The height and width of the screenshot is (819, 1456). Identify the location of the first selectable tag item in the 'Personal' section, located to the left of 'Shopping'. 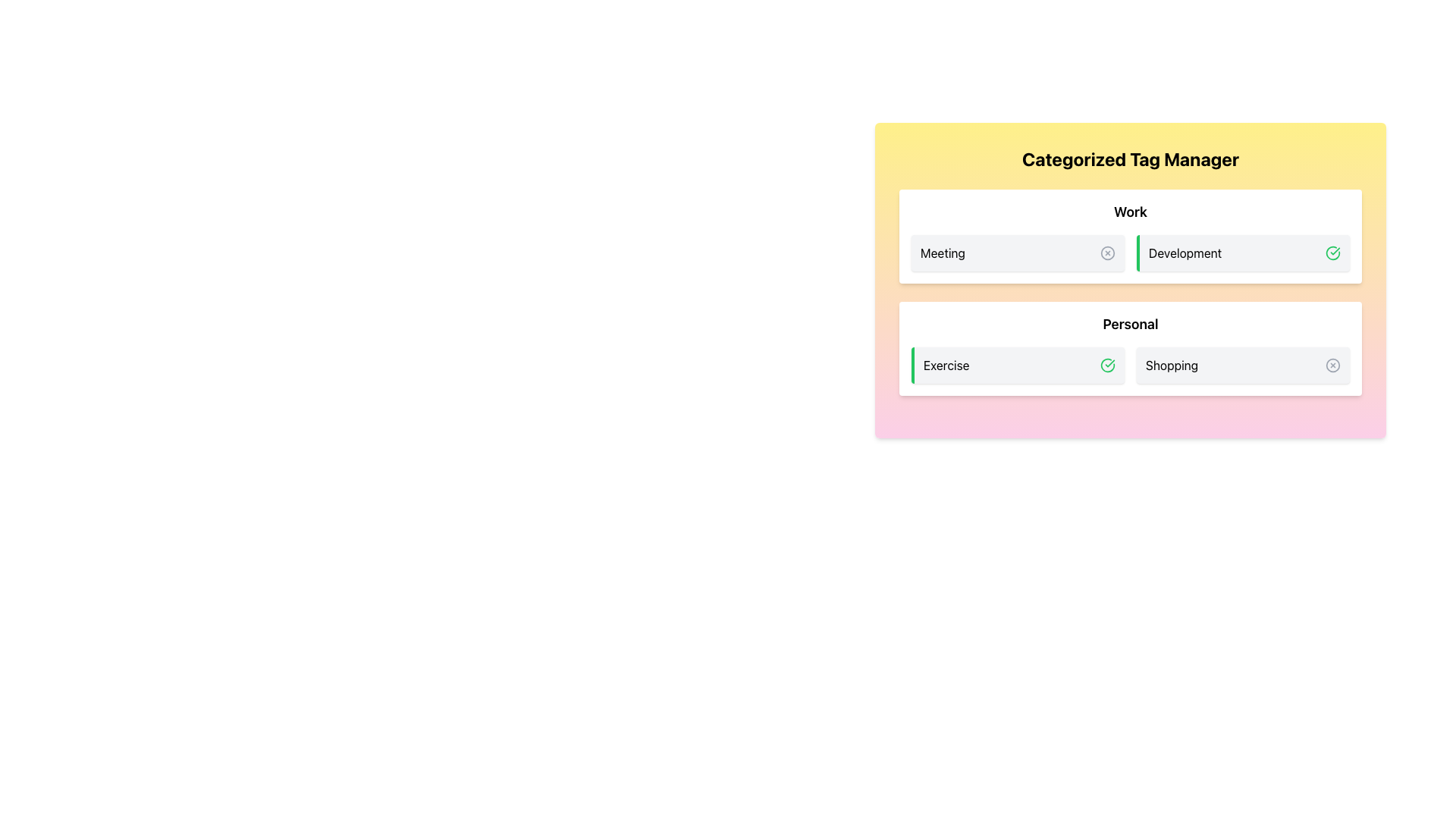
(1018, 366).